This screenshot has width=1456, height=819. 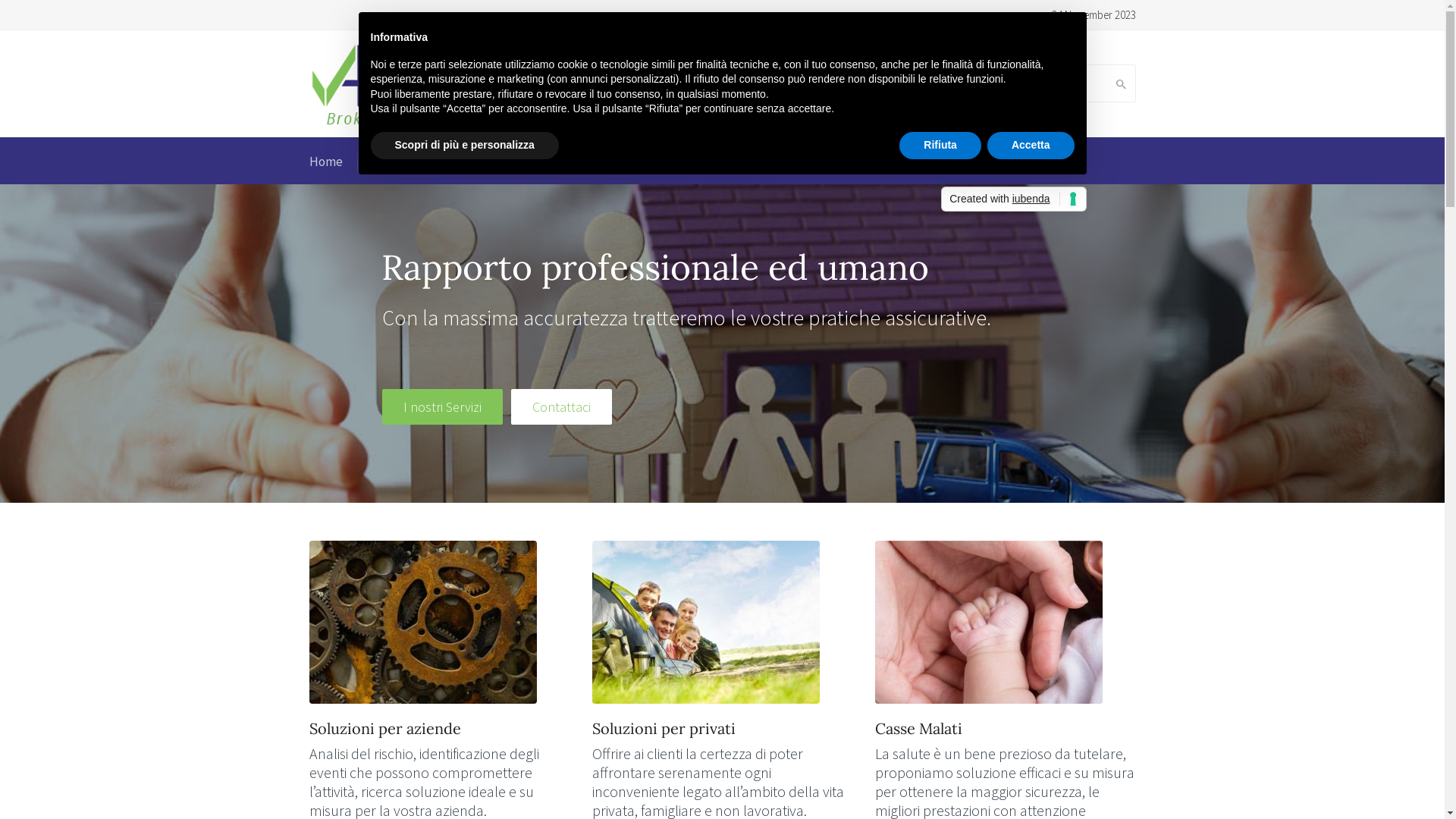 What do you see at coordinates (783, 162) in the screenshot?
I see `'News'` at bounding box center [783, 162].